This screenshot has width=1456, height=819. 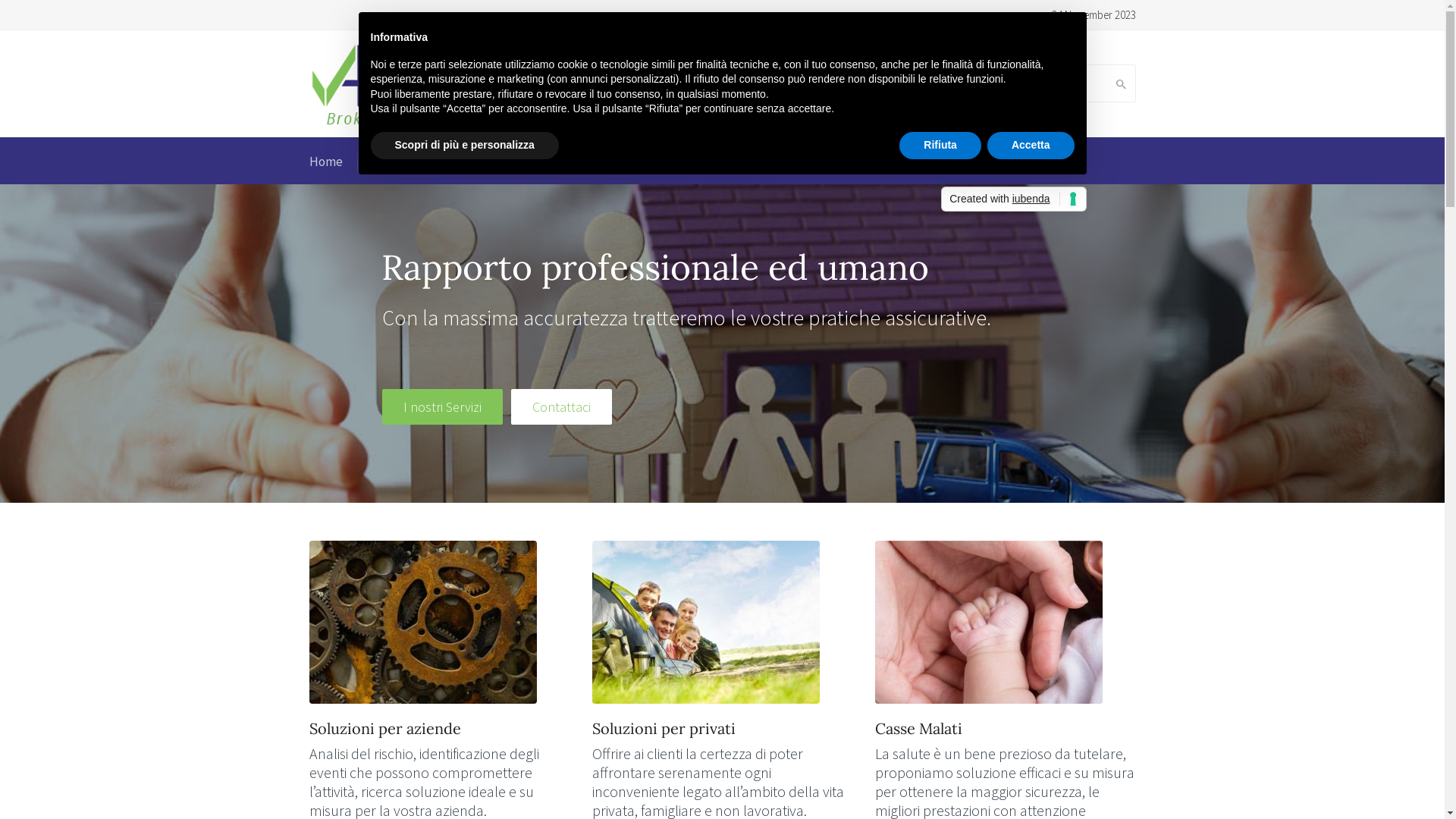 What do you see at coordinates (783, 162) in the screenshot?
I see `'News'` at bounding box center [783, 162].